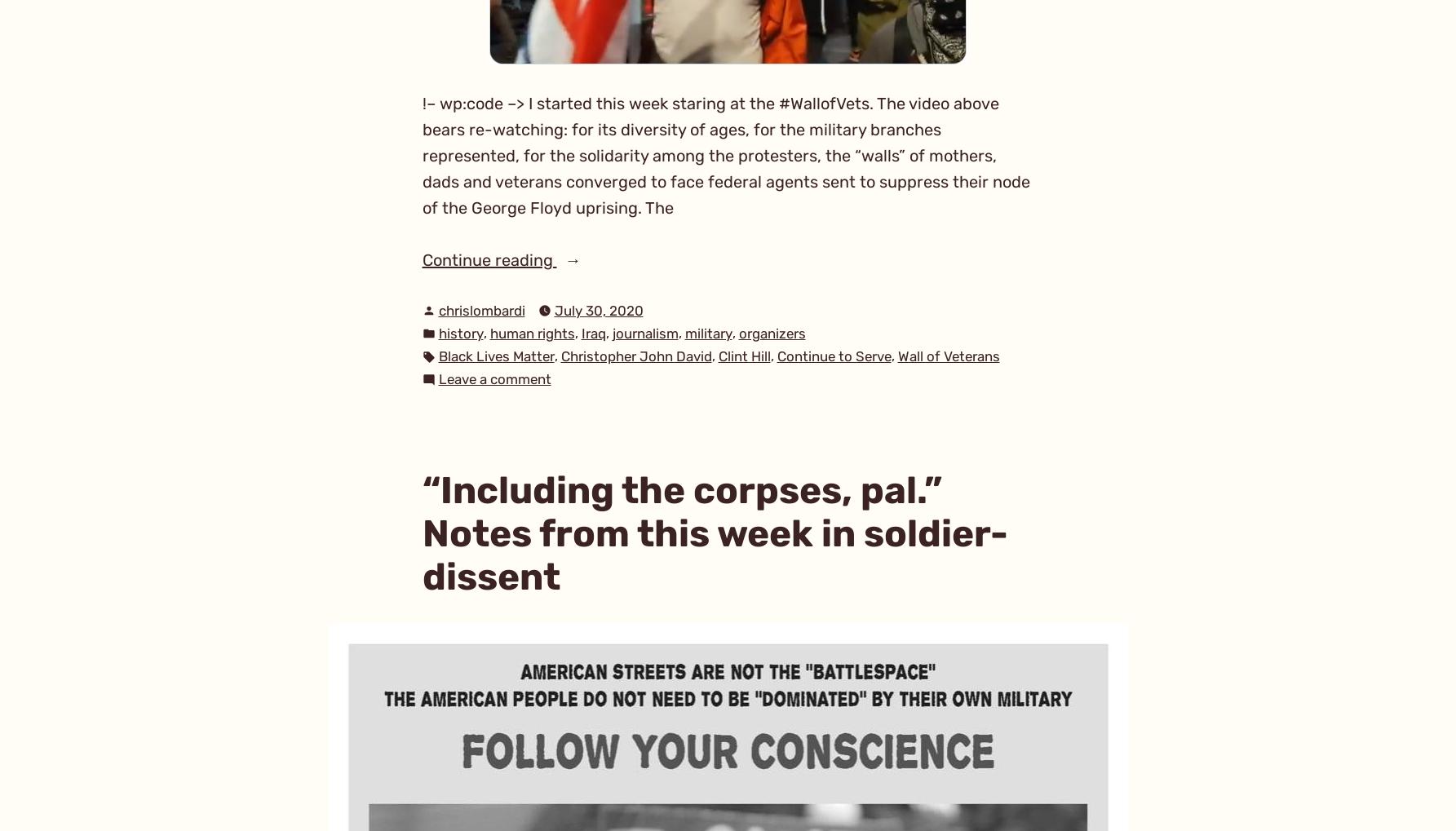 The image size is (1456, 831). I want to click on 'chrislombardi', so click(480, 308).